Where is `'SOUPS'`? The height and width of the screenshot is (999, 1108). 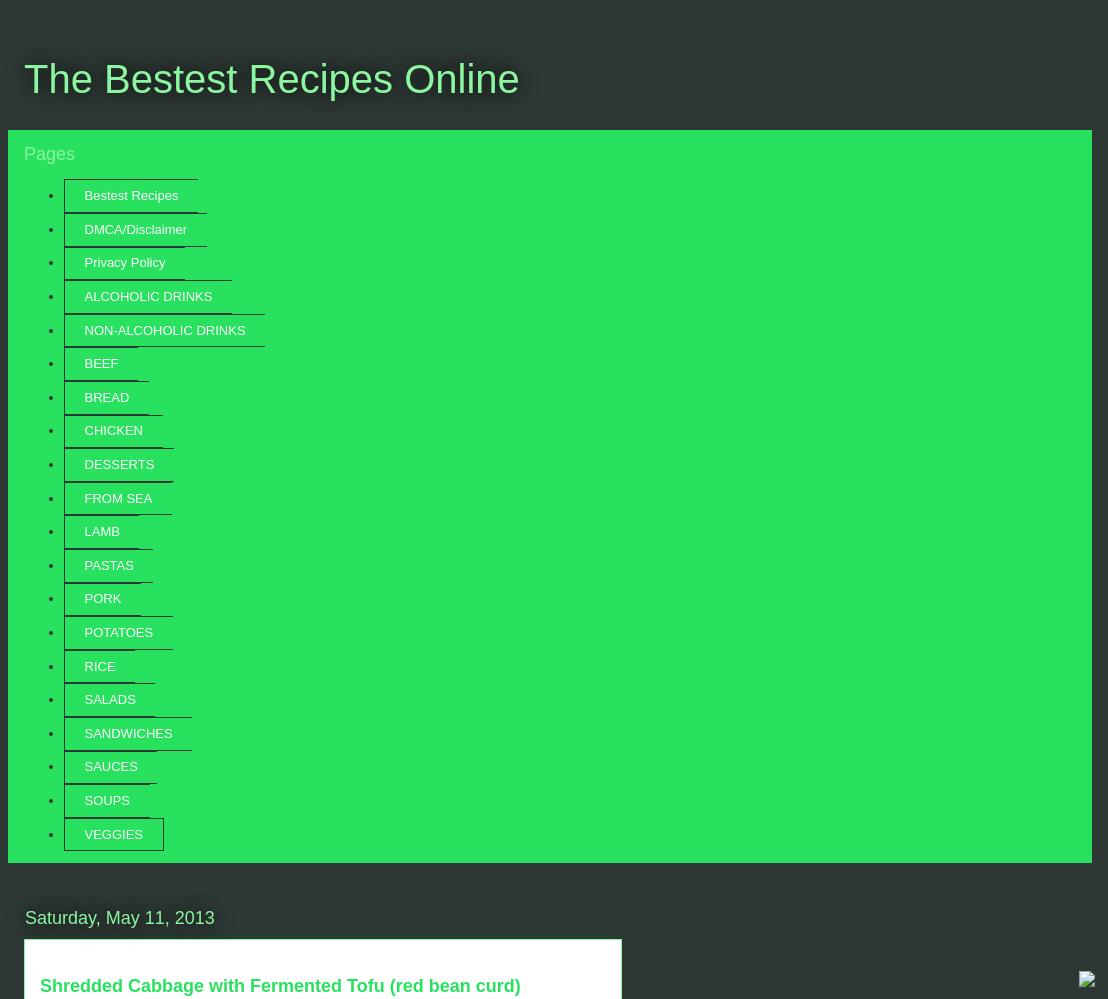 'SOUPS' is located at coordinates (82, 799).